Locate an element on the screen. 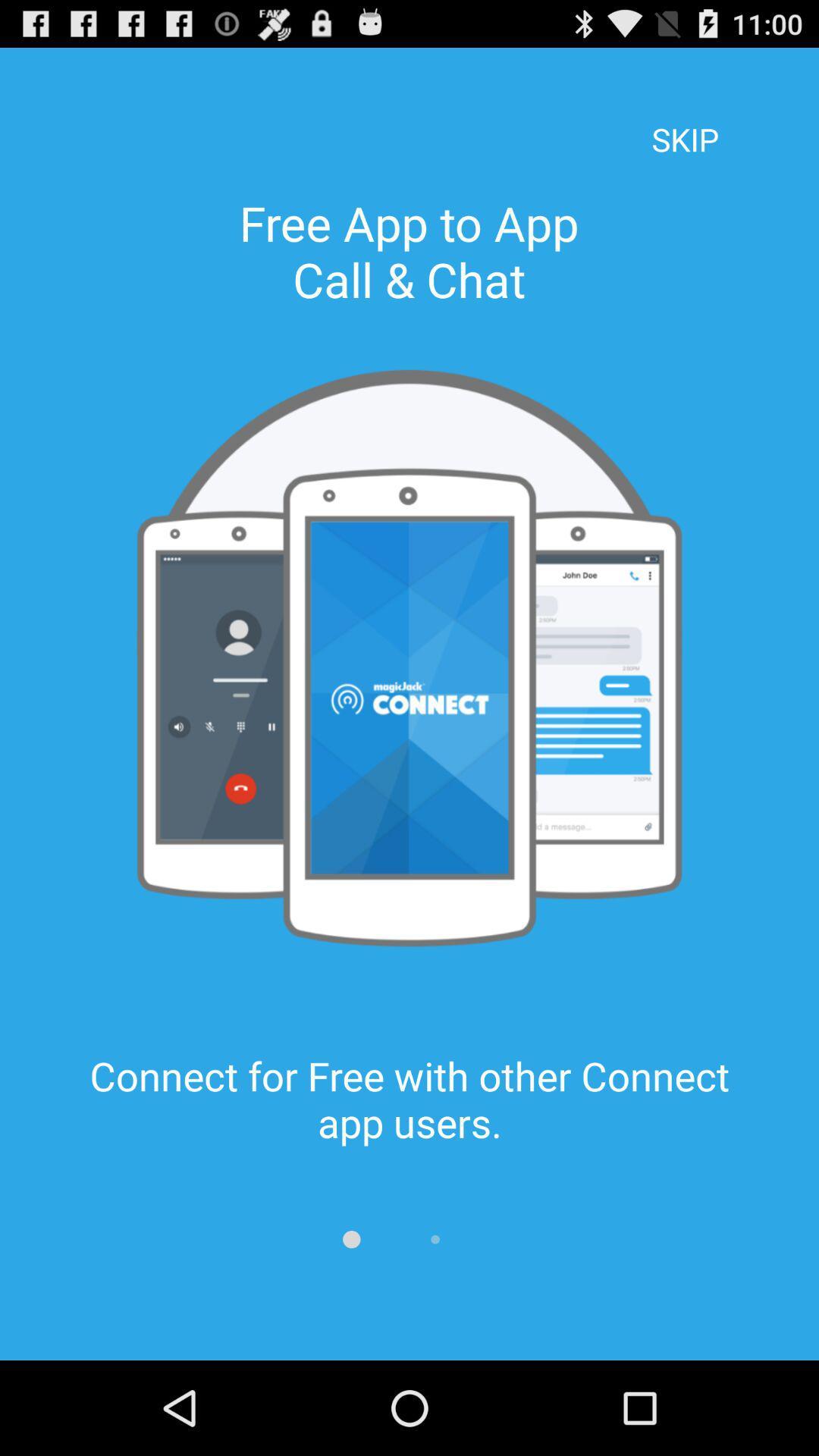 The width and height of the screenshot is (819, 1456). go next is located at coordinates (435, 1239).